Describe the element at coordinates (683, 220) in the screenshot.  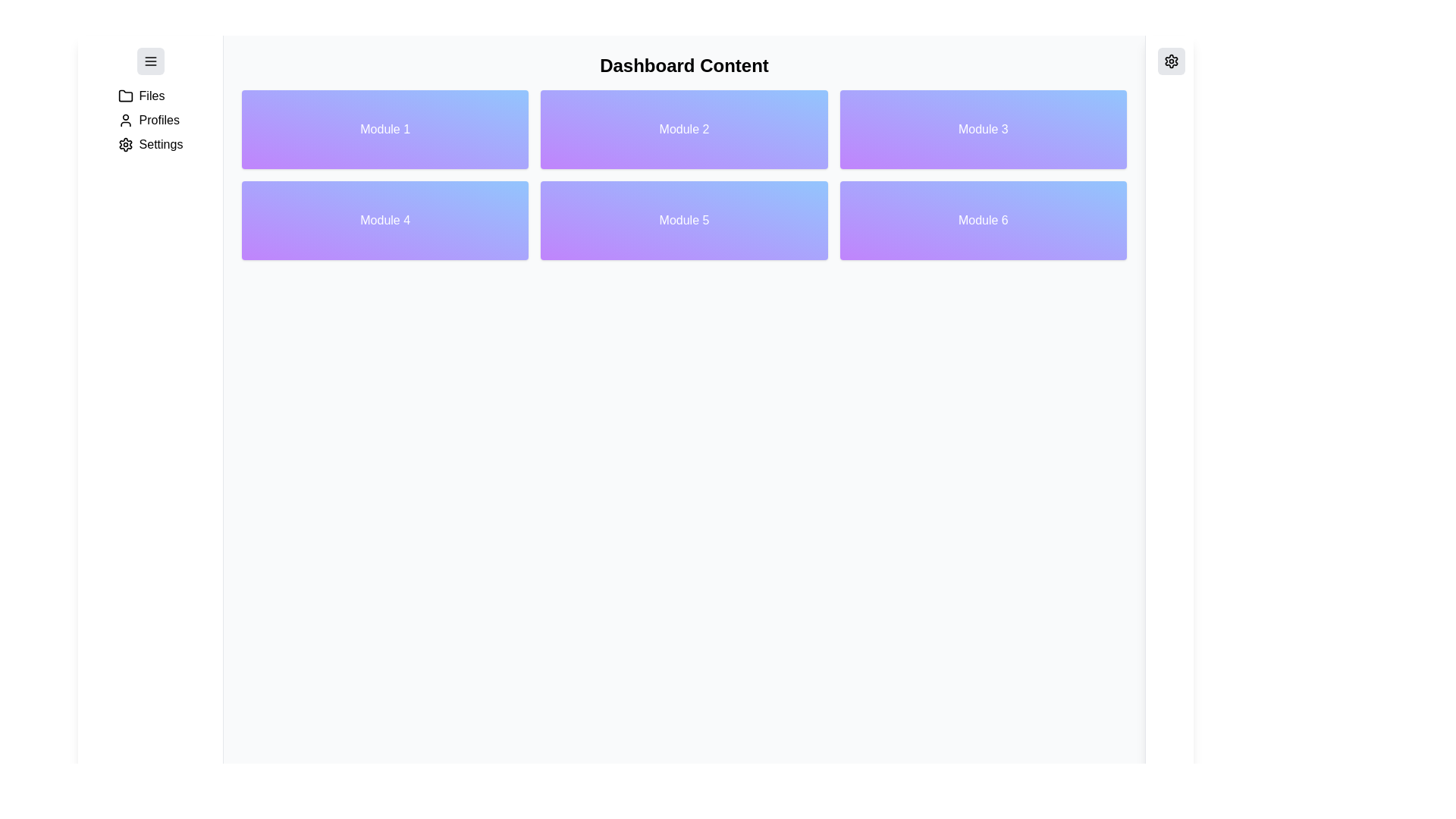
I see `the module selector button for 'Module 5' located in the middle column of the bottom row of a grid layout` at that location.